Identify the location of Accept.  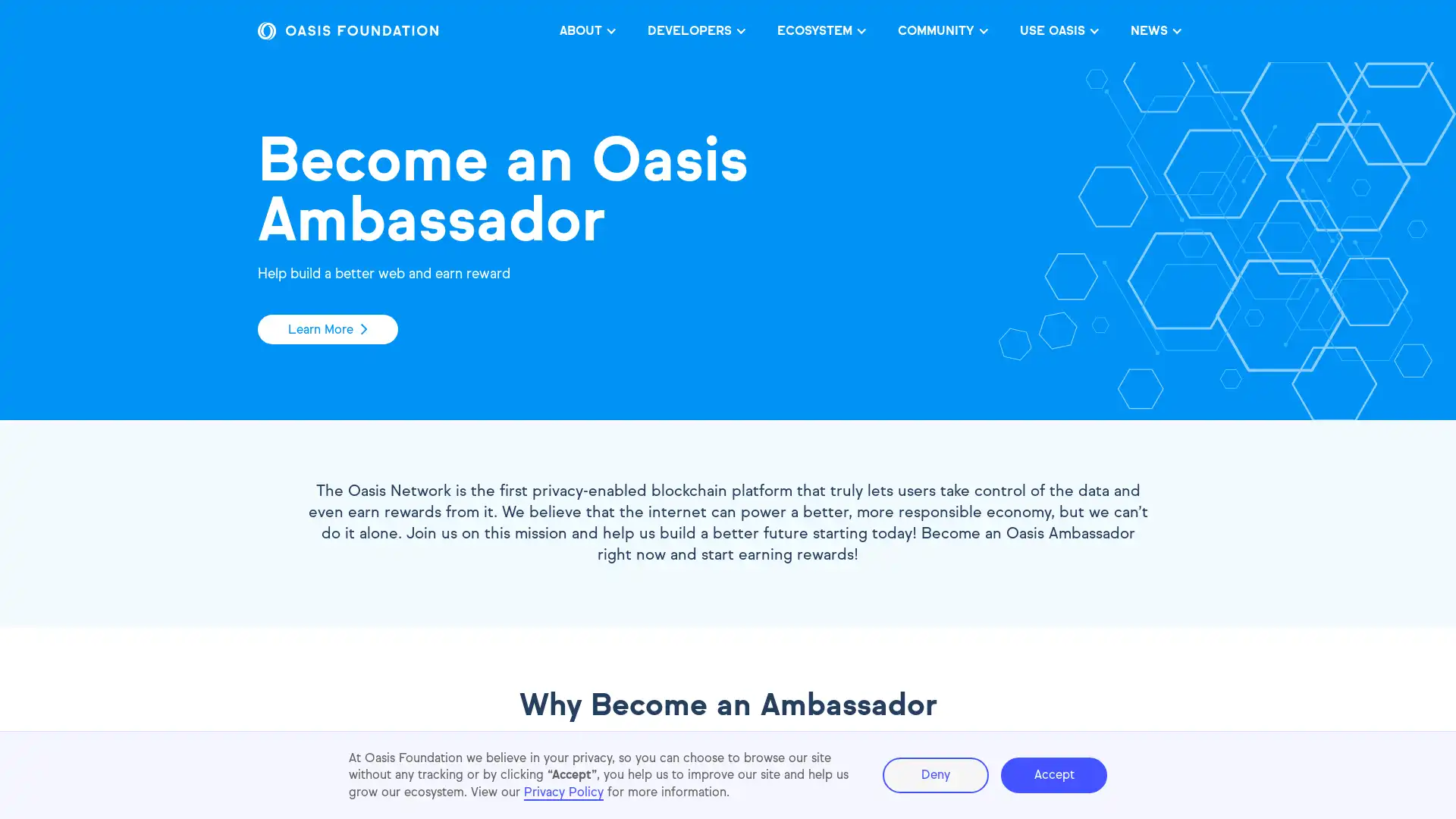
(1053, 775).